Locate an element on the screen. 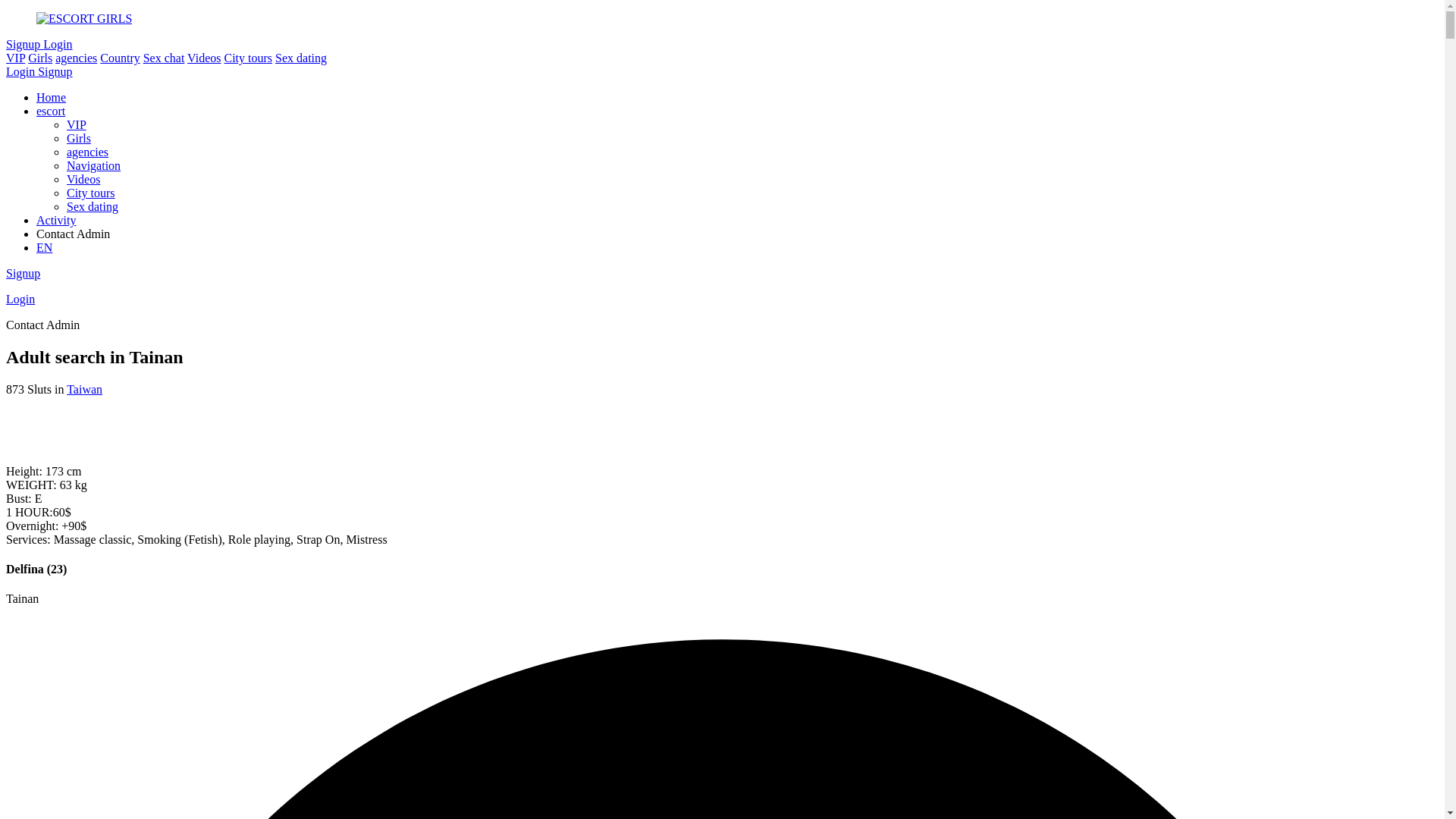  'Home' is located at coordinates (51, 97).